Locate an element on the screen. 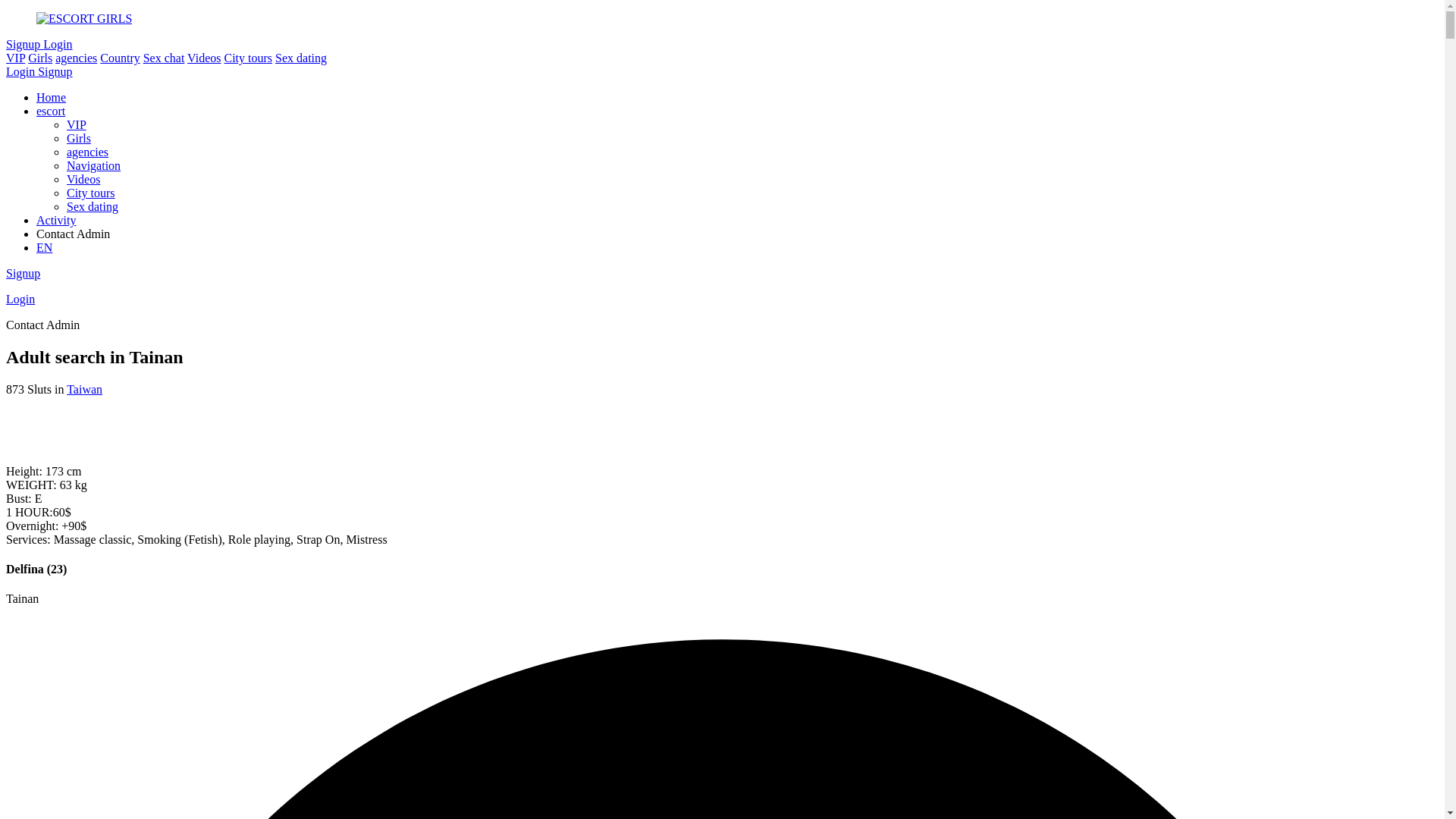  'Home' is located at coordinates (51, 97).